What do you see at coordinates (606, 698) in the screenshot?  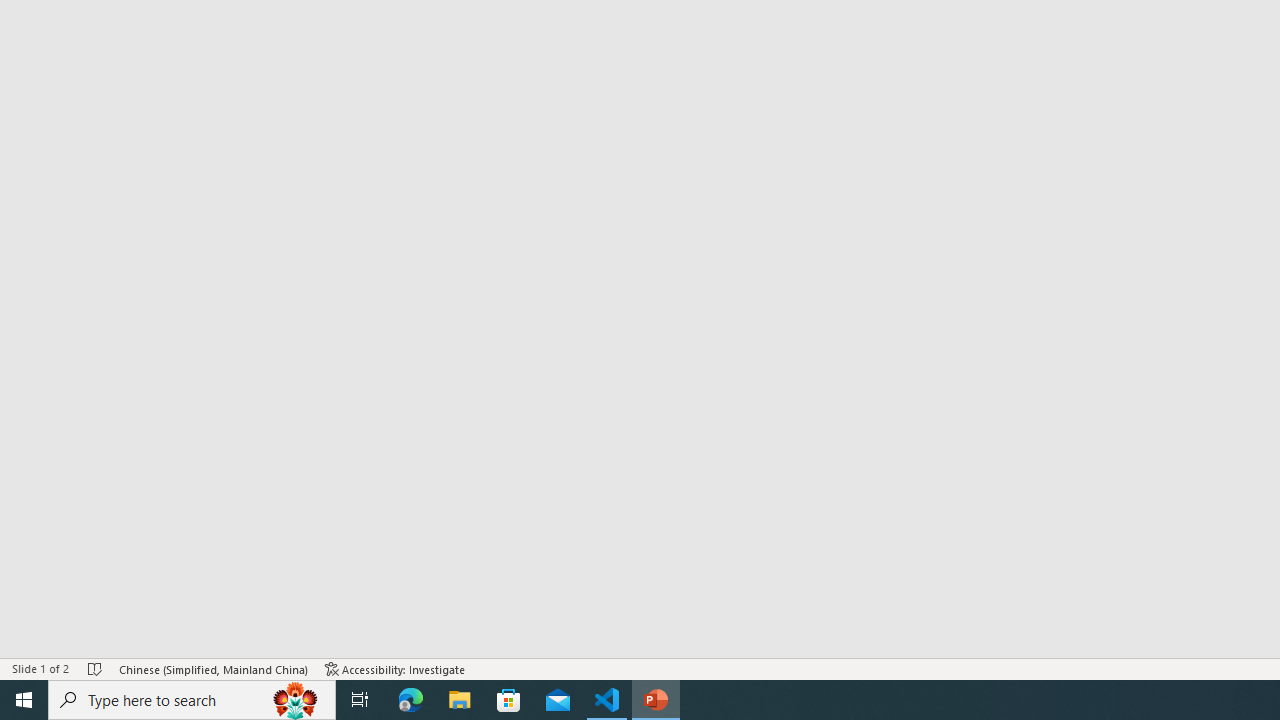 I see `'Visual Studio Code - 1 running window'` at bounding box center [606, 698].